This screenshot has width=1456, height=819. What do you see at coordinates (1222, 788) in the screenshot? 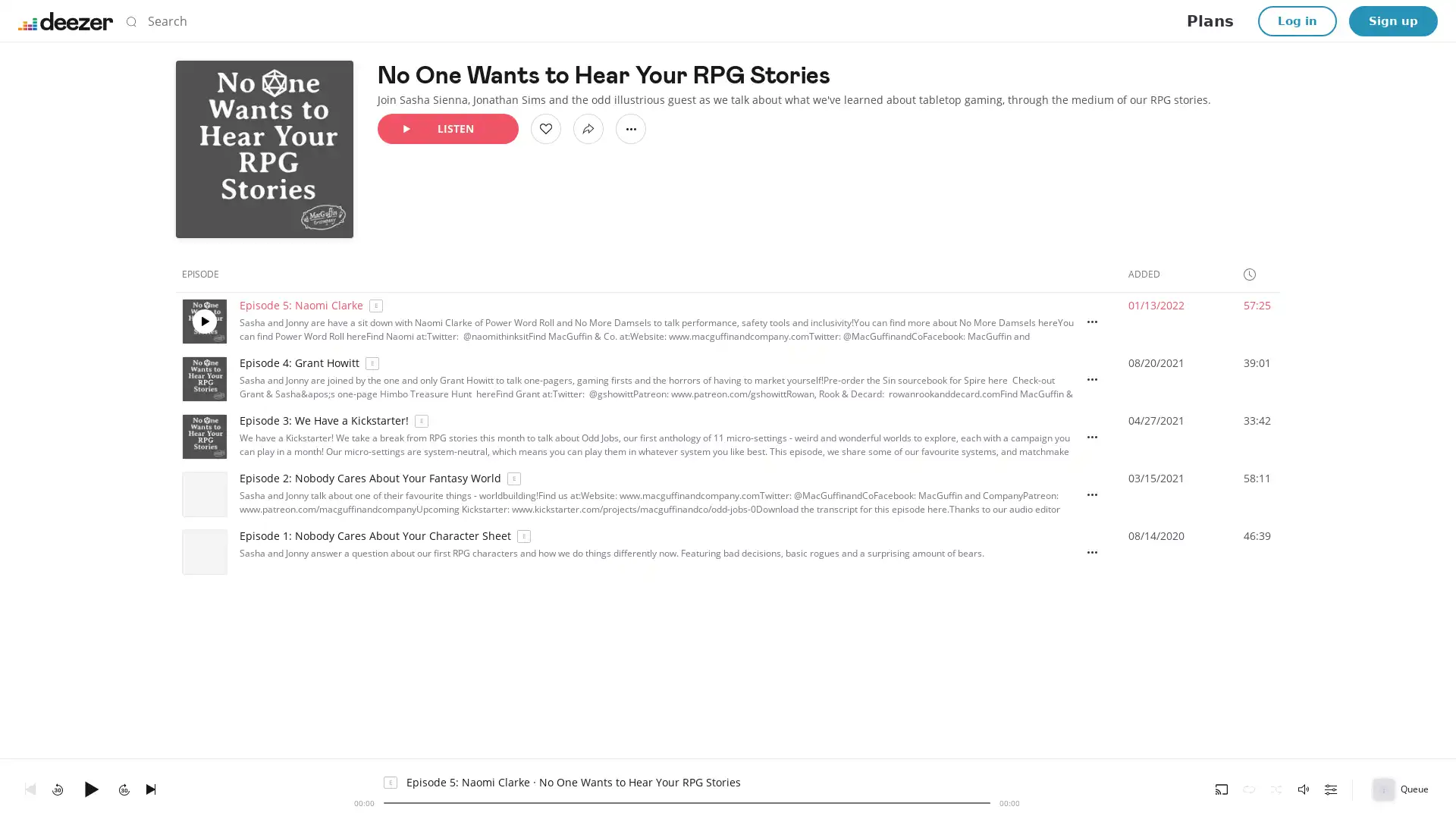
I see `Chromecast` at bounding box center [1222, 788].